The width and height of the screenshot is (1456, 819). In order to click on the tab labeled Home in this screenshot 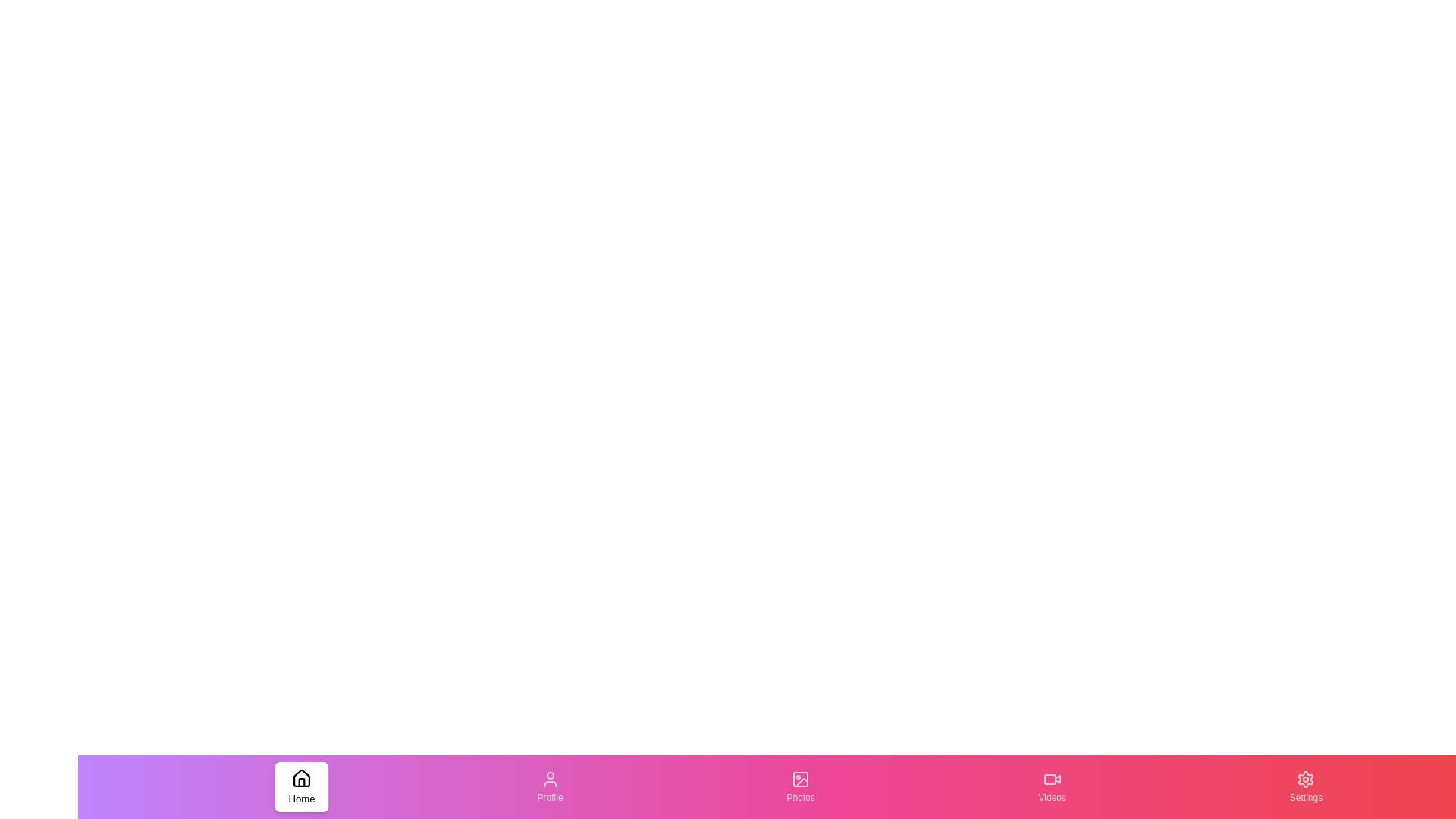, I will do `click(301, 786)`.